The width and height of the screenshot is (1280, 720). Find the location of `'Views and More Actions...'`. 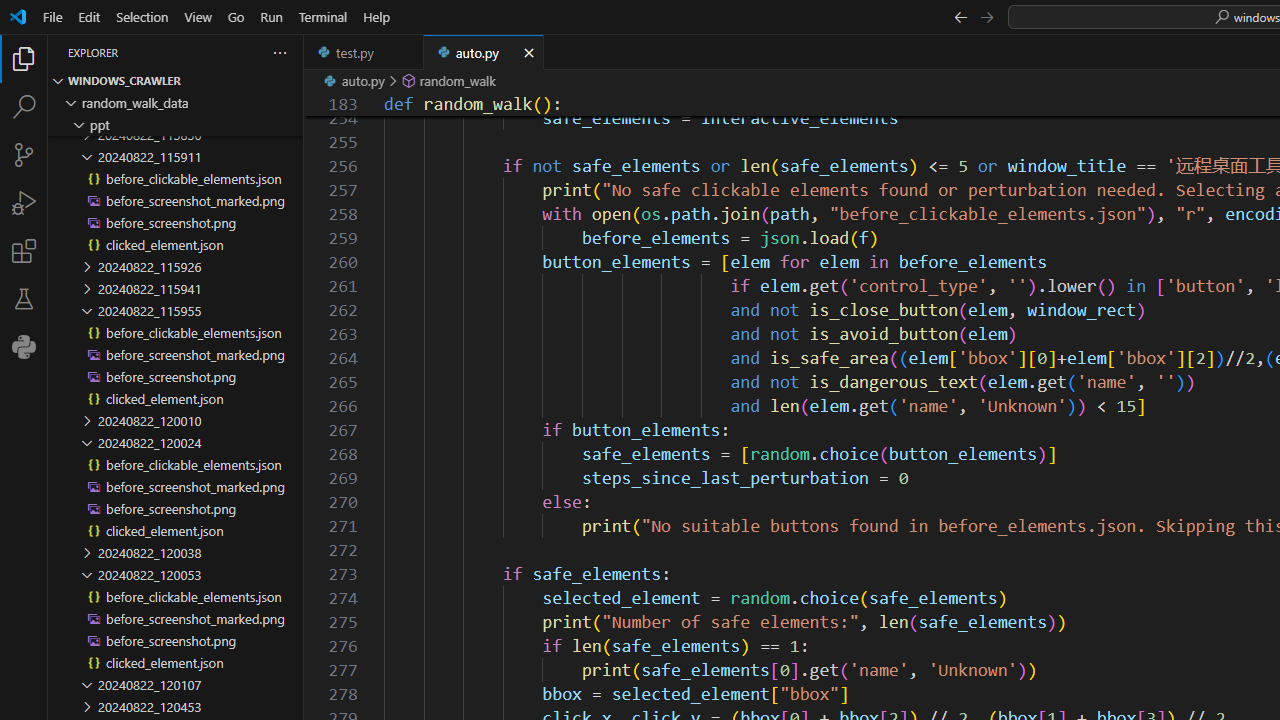

'Views and More Actions...' is located at coordinates (278, 51).